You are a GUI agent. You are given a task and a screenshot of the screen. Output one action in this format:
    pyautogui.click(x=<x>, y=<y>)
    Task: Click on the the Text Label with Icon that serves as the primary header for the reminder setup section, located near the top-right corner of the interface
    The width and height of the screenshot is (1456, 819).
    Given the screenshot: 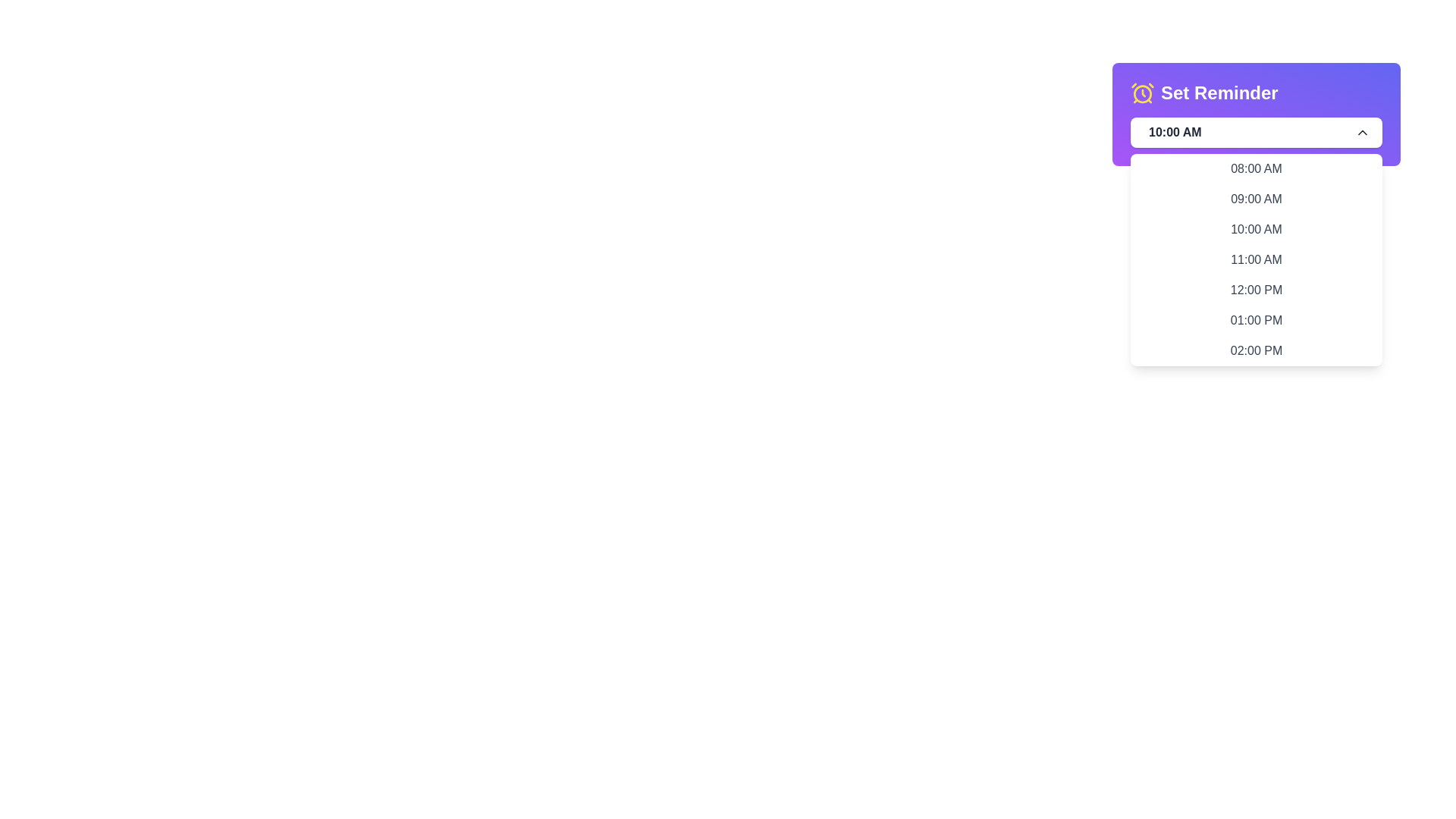 What is the action you would take?
    pyautogui.click(x=1203, y=93)
    